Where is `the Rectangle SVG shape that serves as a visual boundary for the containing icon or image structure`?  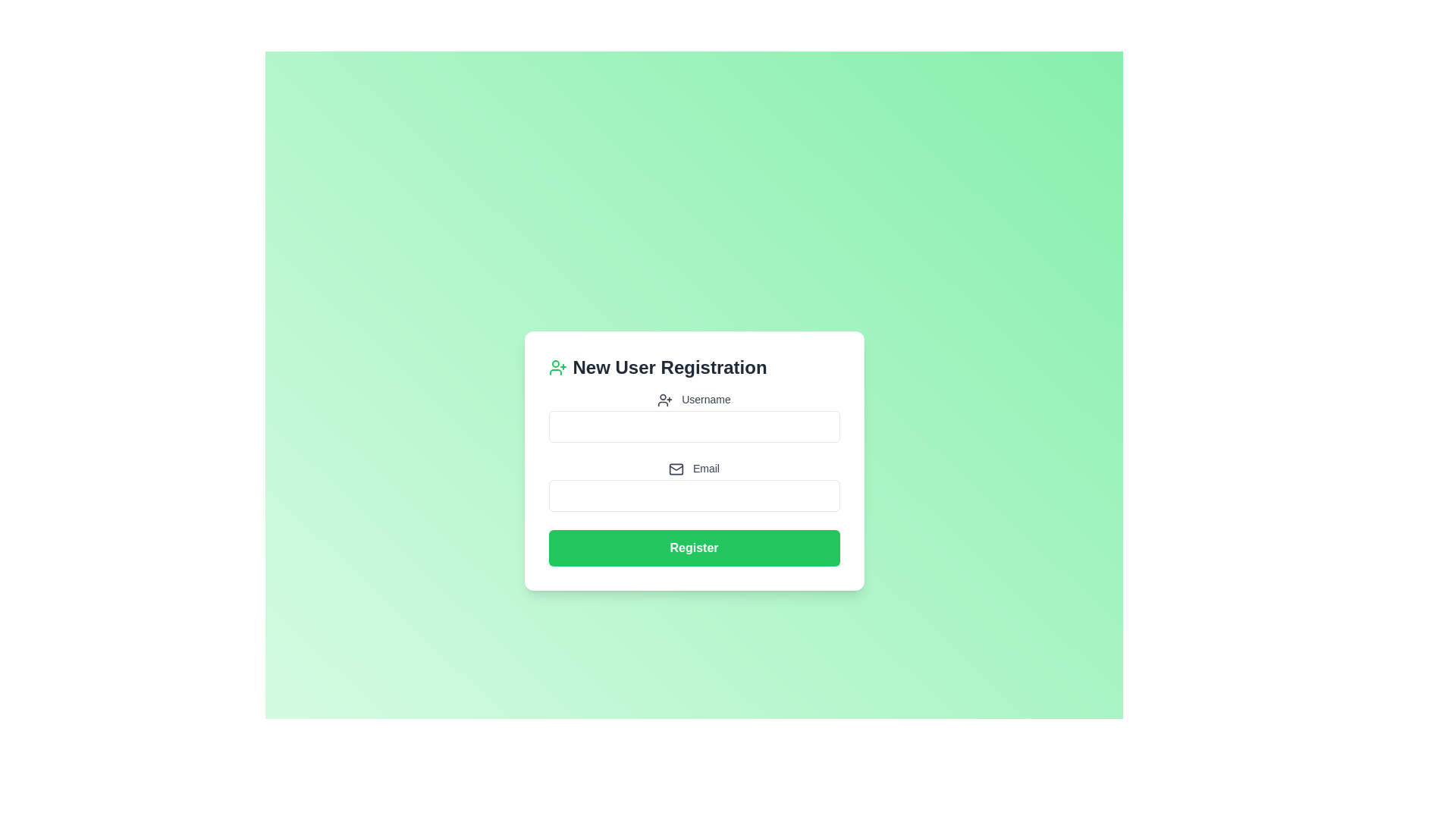
the Rectangle SVG shape that serves as a visual boundary for the containing icon or image structure is located at coordinates (676, 469).